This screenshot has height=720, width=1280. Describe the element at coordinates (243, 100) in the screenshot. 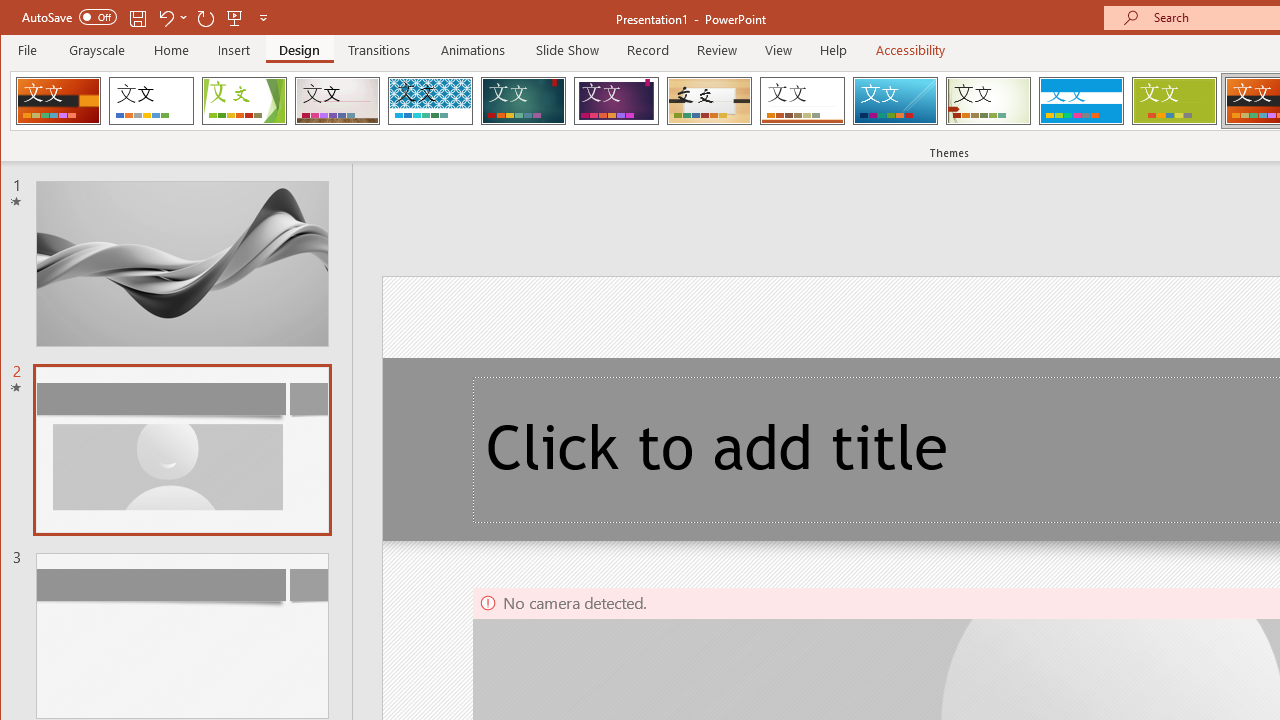

I see `'Facet'` at that location.